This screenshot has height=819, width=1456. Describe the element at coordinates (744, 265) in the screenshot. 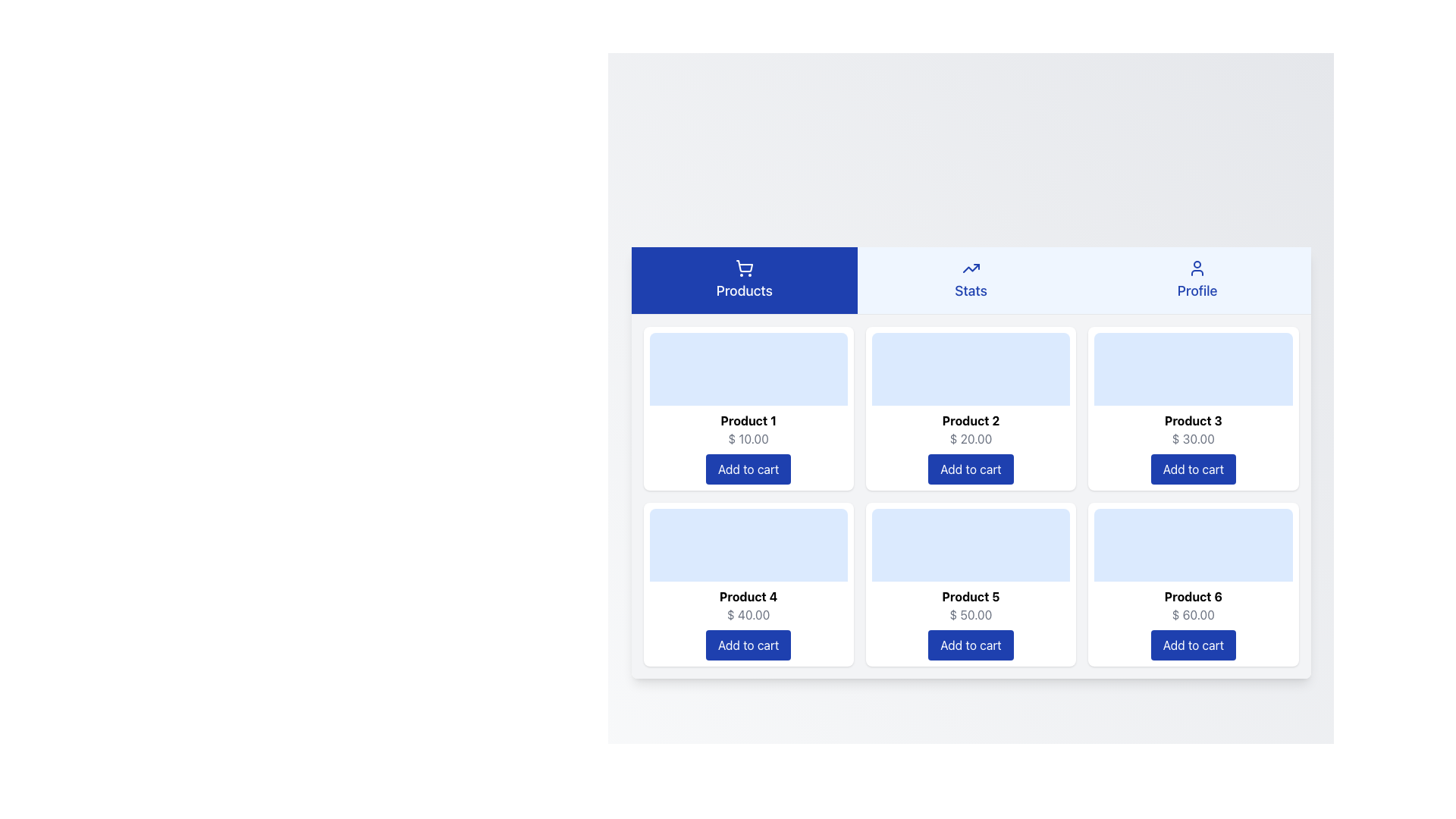

I see `the shopping cart icon located in the 'Products' tab section at the top of the page, which features a blue background and is the leftmost tab among three tabs` at that location.